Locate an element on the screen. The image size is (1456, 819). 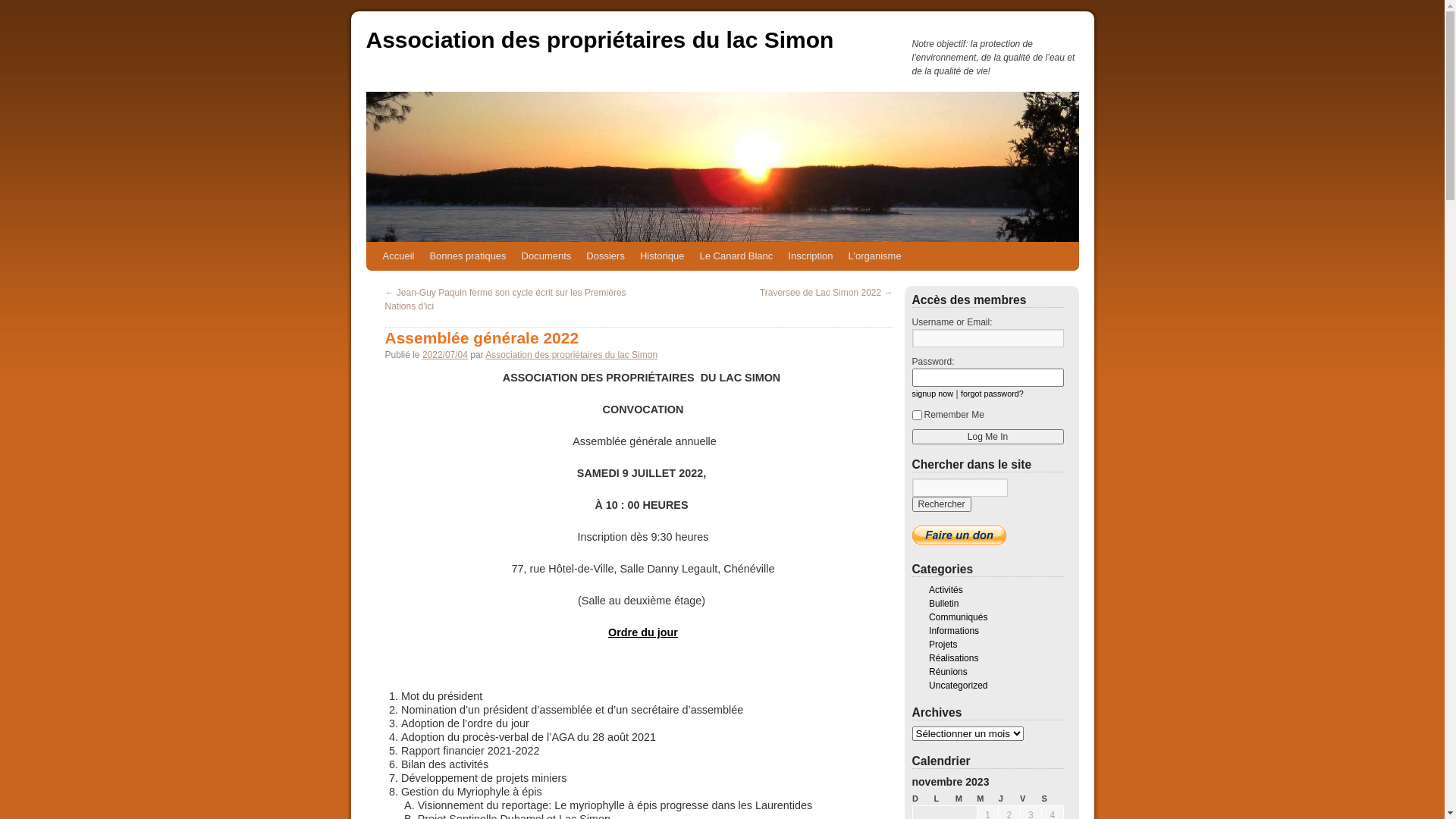
'Informations' is located at coordinates (952, 631).